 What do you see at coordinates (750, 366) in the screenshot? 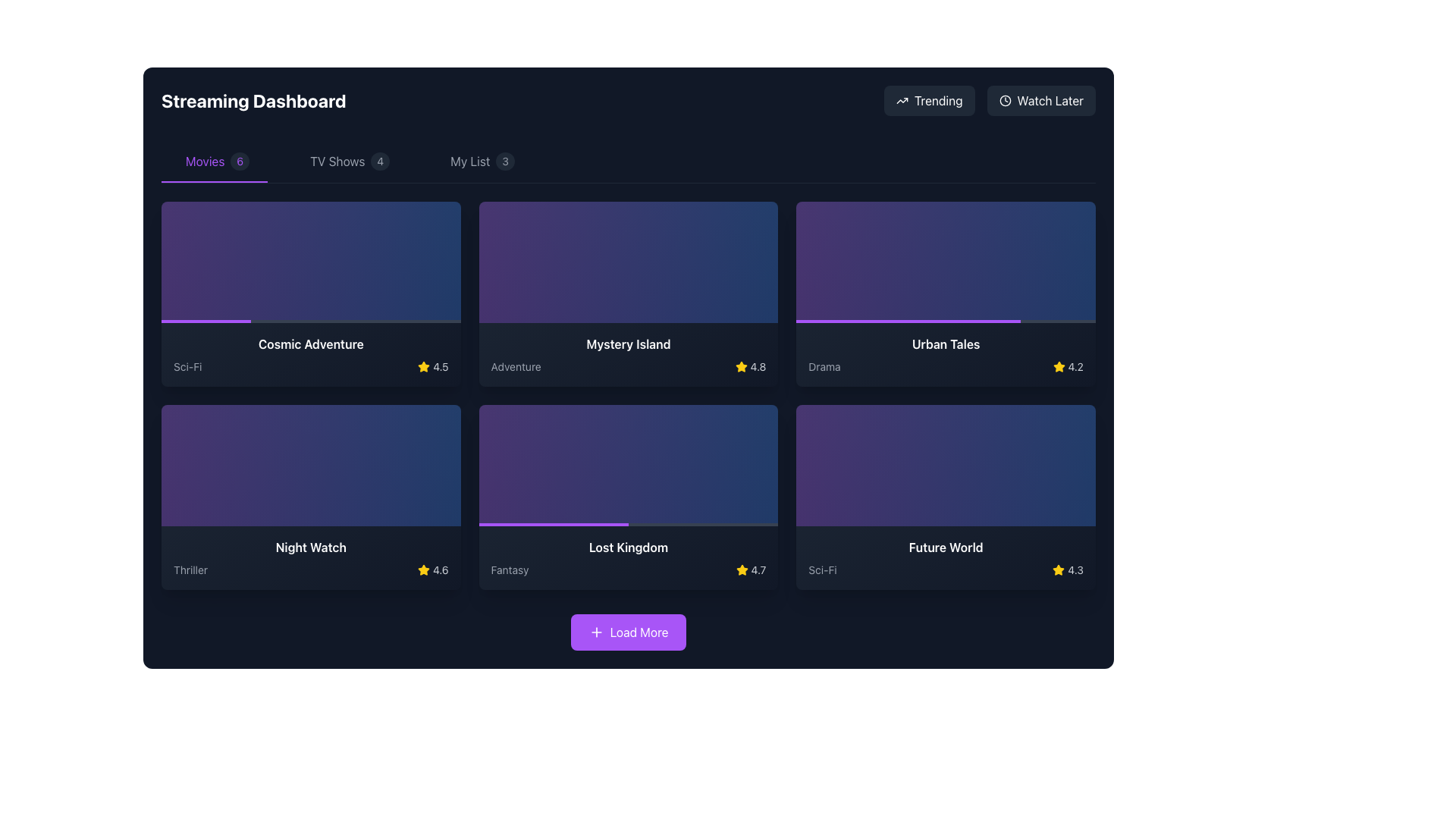
I see `rating value displayed on the yellow star icon followed by the text '4.8' in the bottom-right corner of the 'Mystery Island' card` at bounding box center [750, 366].